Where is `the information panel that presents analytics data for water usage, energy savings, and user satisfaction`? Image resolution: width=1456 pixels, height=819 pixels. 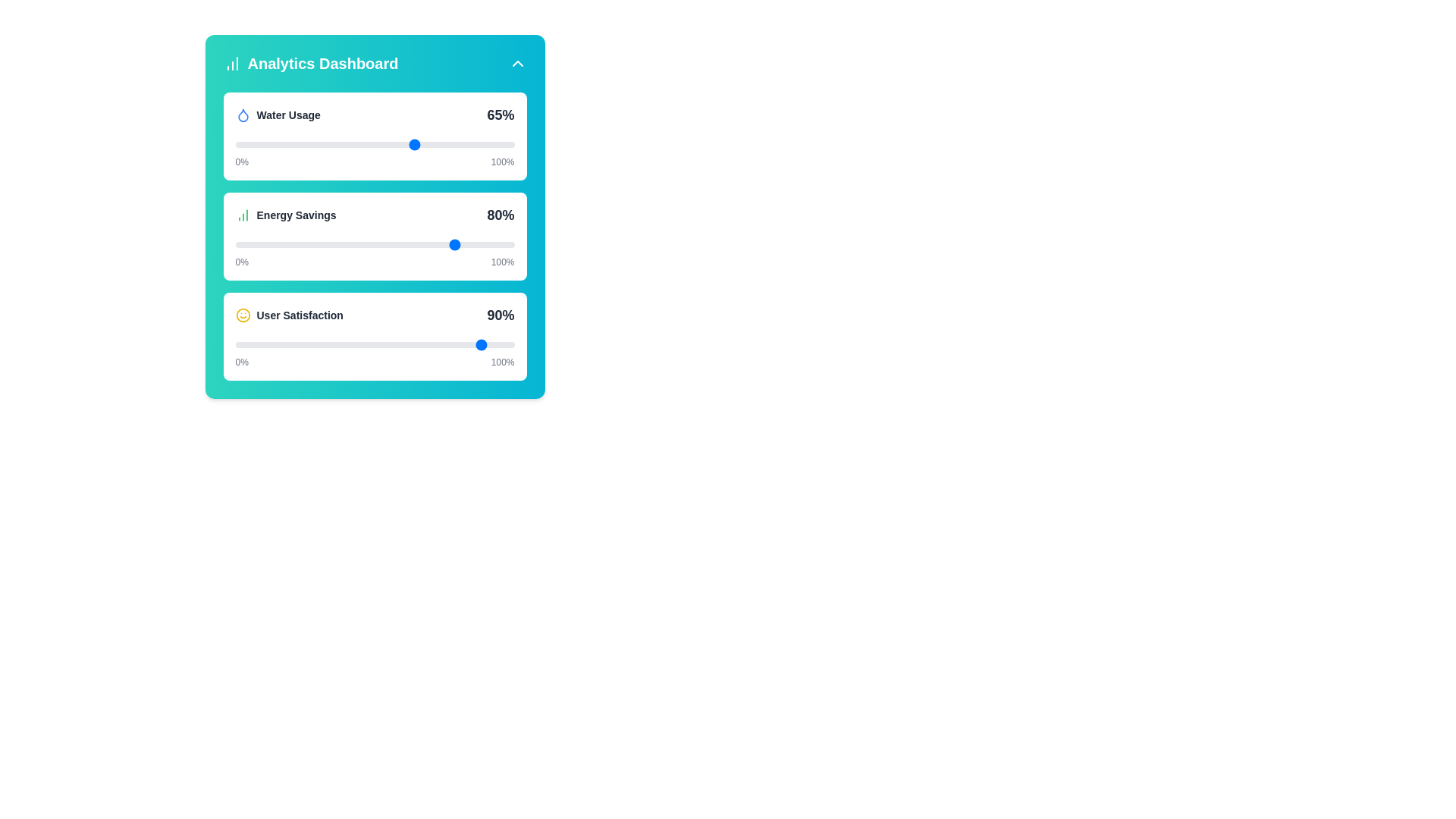
the information panel that presents analytics data for water usage, energy savings, and user satisfaction is located at coordinates (375, 216).